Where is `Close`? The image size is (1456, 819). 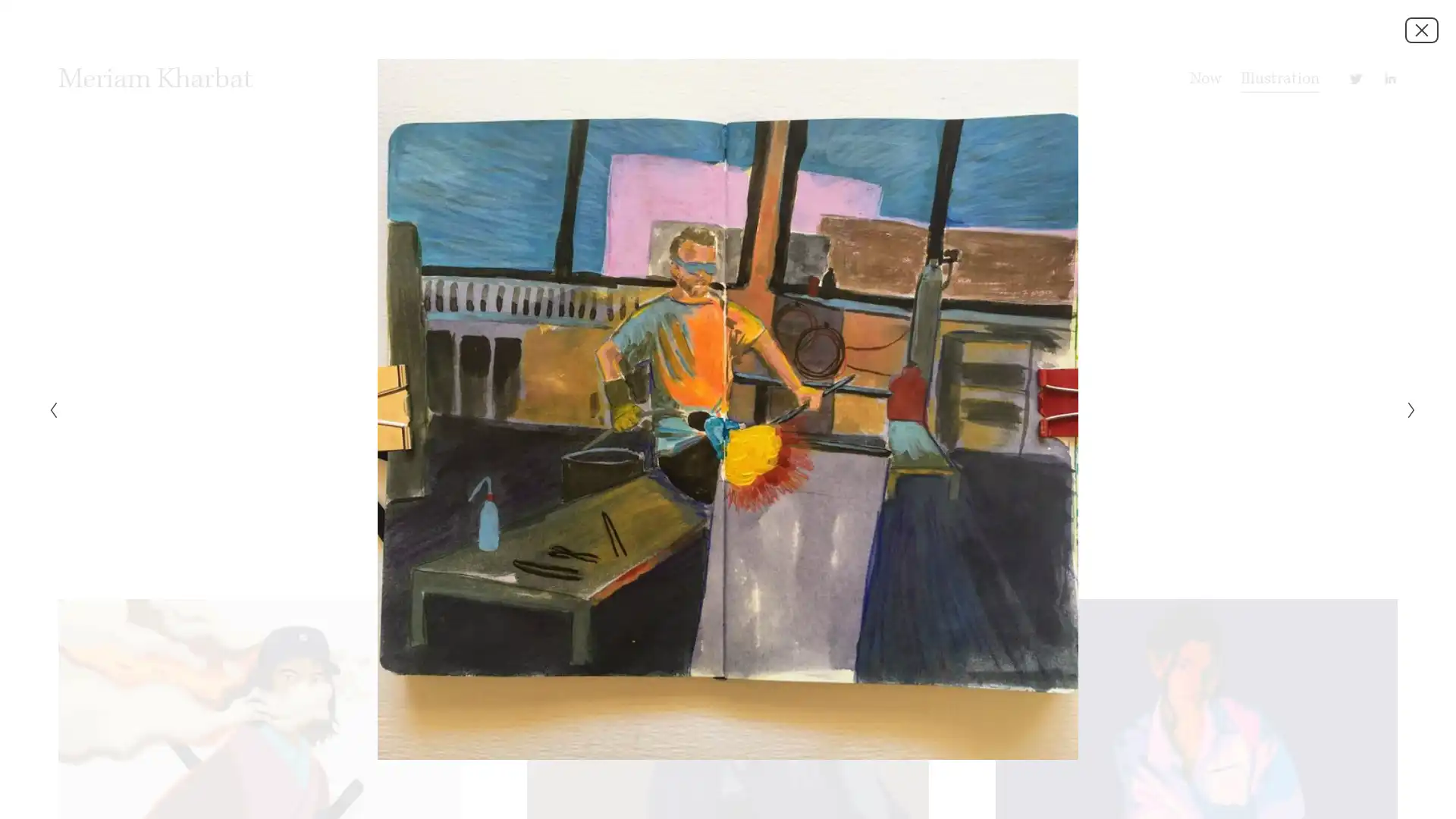
Close is located at coordinates (1421, 29).